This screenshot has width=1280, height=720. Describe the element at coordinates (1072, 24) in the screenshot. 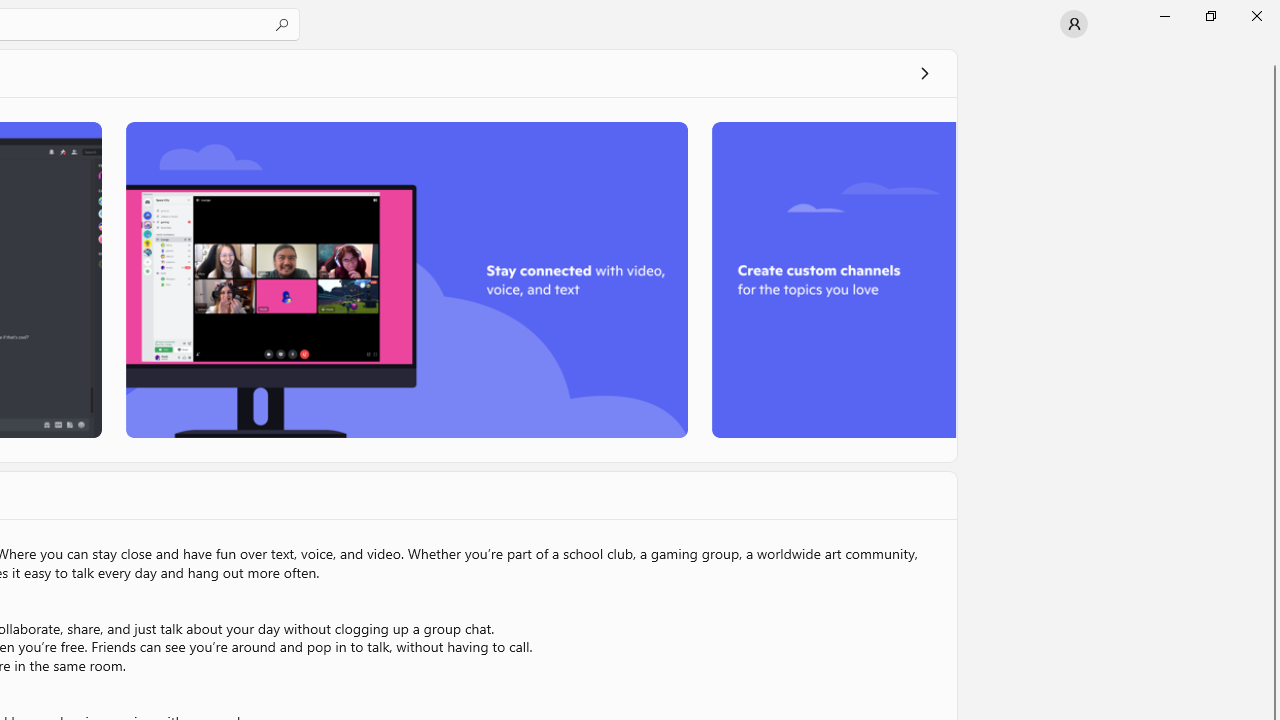

I see `'User profile'` at that location.